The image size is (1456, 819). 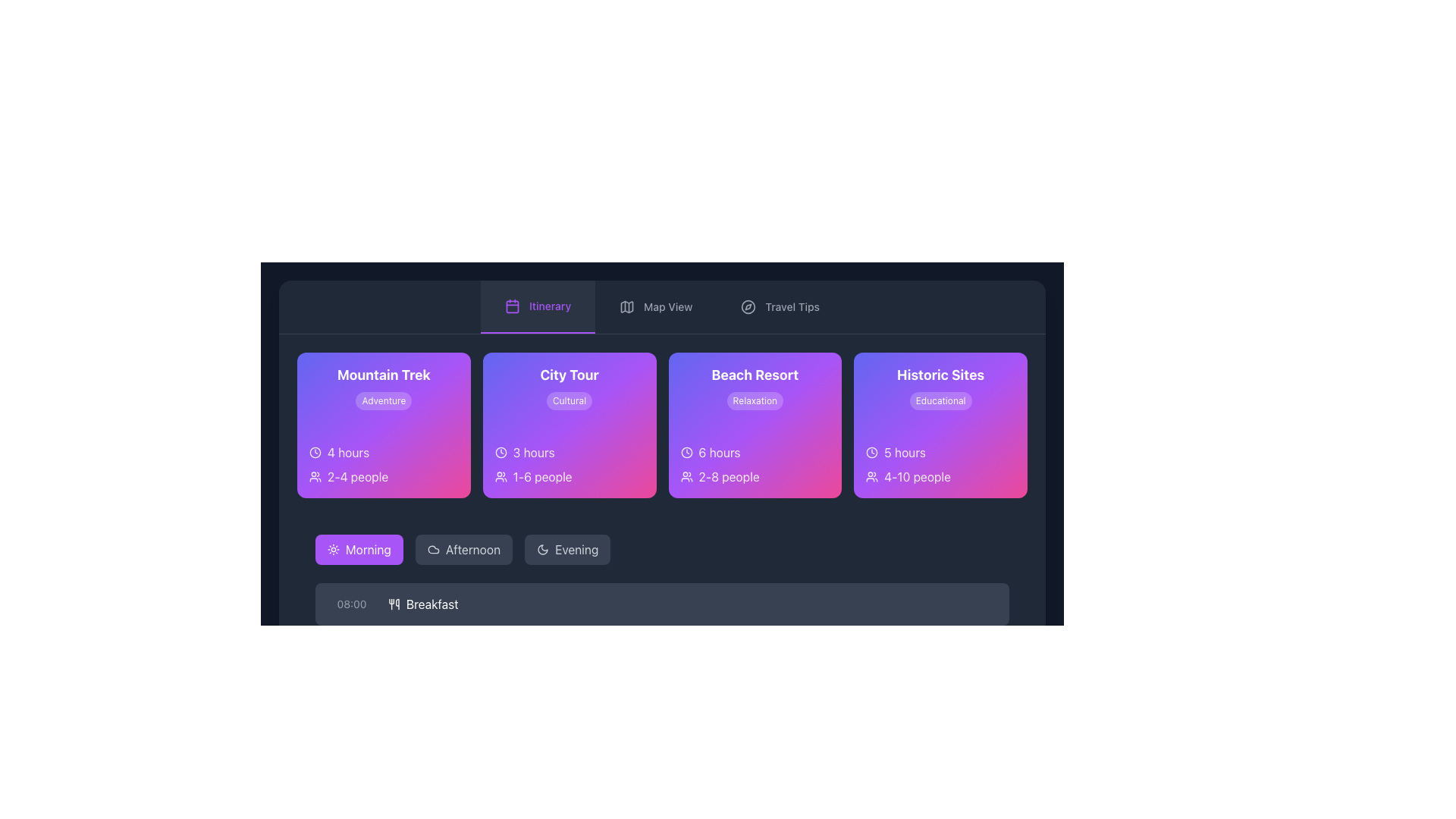 I want to click on the text label displaying the number of people suitable for the 'Beach Resort' option, located at the bottom right corner of the 'Beach Resort' option card, next to the user icon, so click(x=729, y=475).